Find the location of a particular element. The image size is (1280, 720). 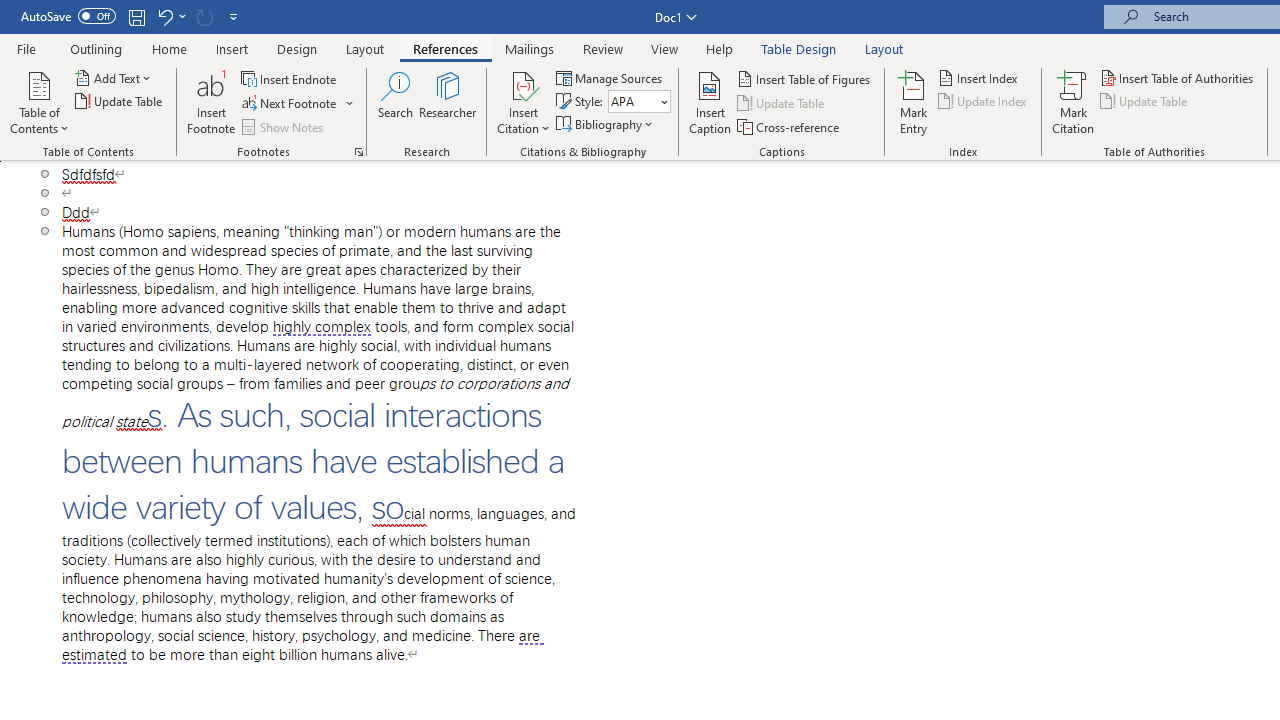

'Next Footnote' is located at coordinates (297, 103).